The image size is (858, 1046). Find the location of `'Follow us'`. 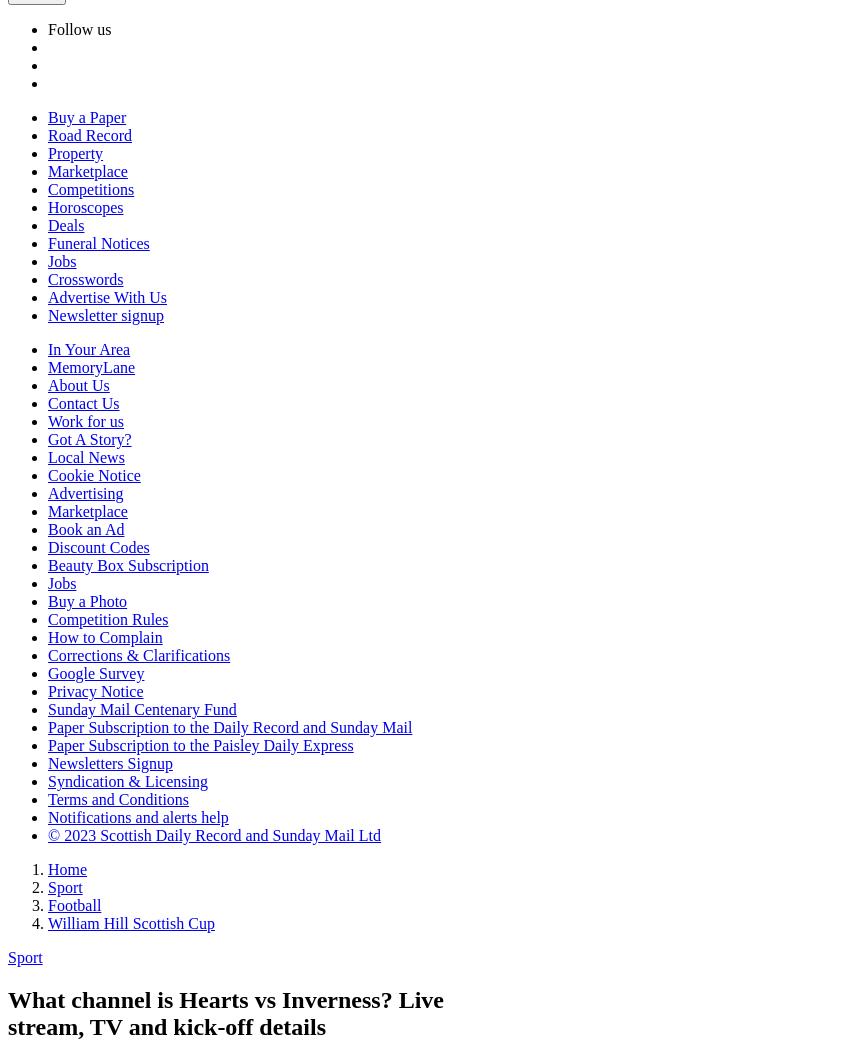

'Follow us' is located at coordinates (78, 28).